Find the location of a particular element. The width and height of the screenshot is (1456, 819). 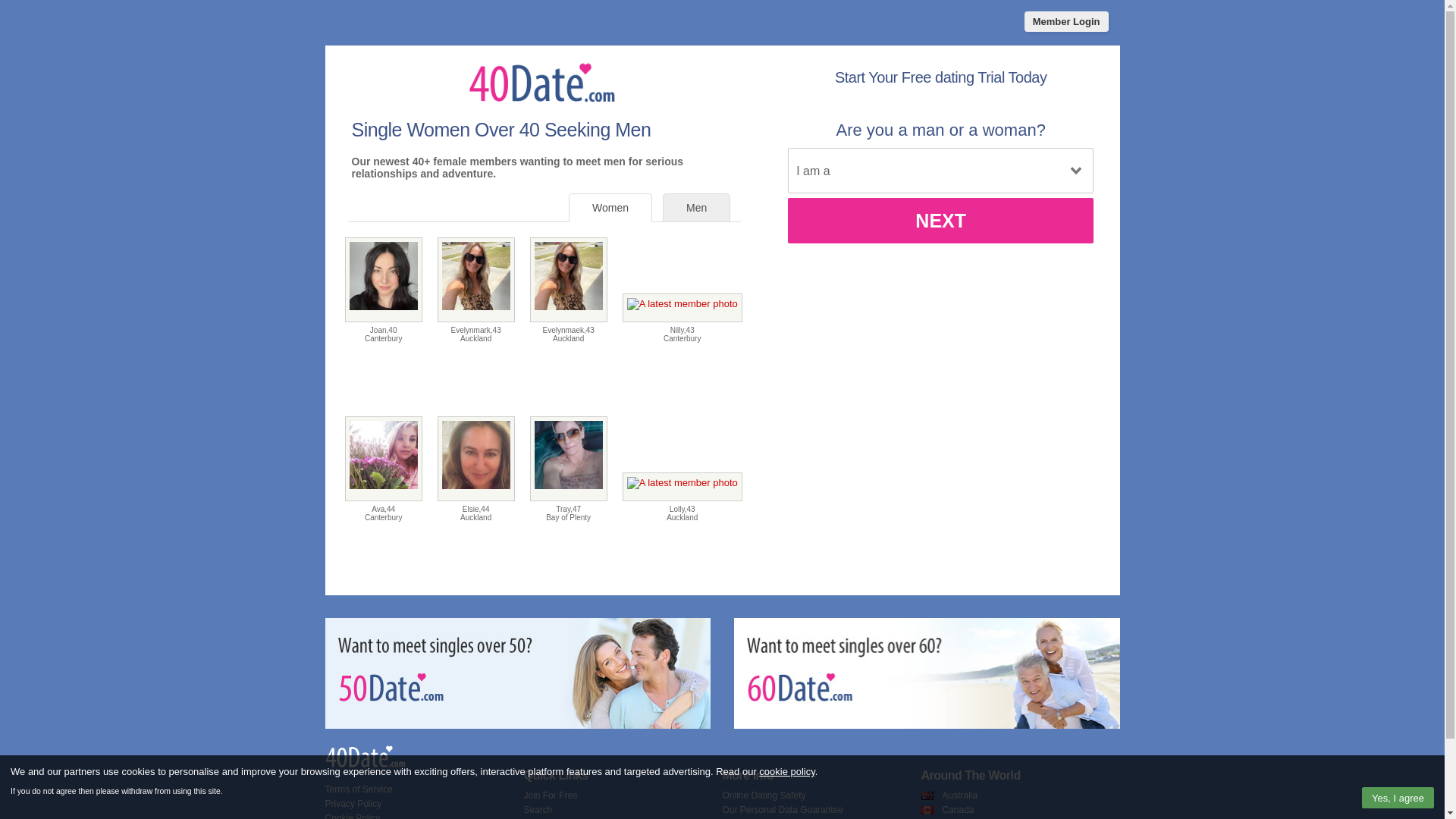

'Joan, 40 from Hei Hei, Canterbury' is located at coordinates (383, 280).